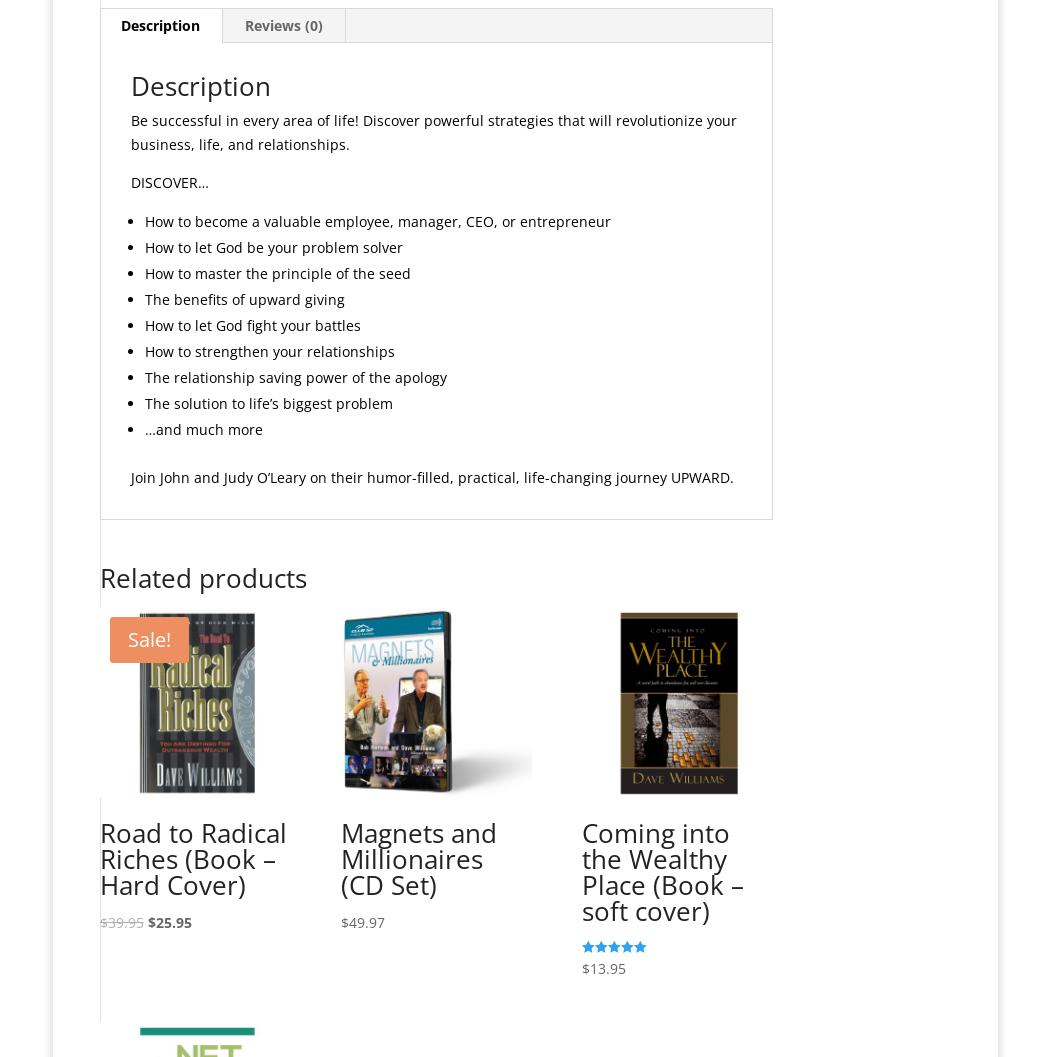 This screenshot has height=1057, width=1050. I want to click on 'Sale!', so click(147, 639).